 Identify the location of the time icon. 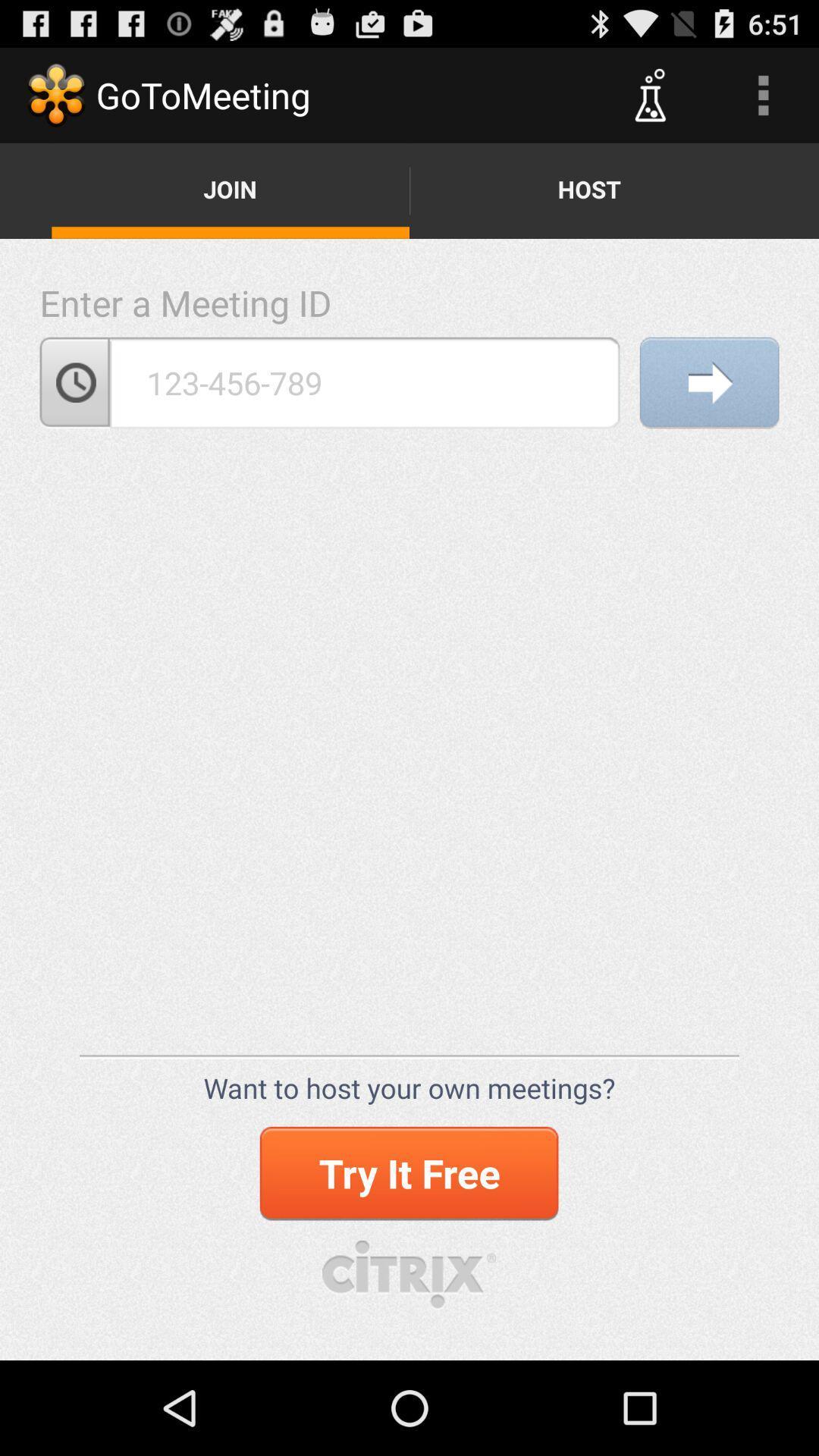
(74, 409).